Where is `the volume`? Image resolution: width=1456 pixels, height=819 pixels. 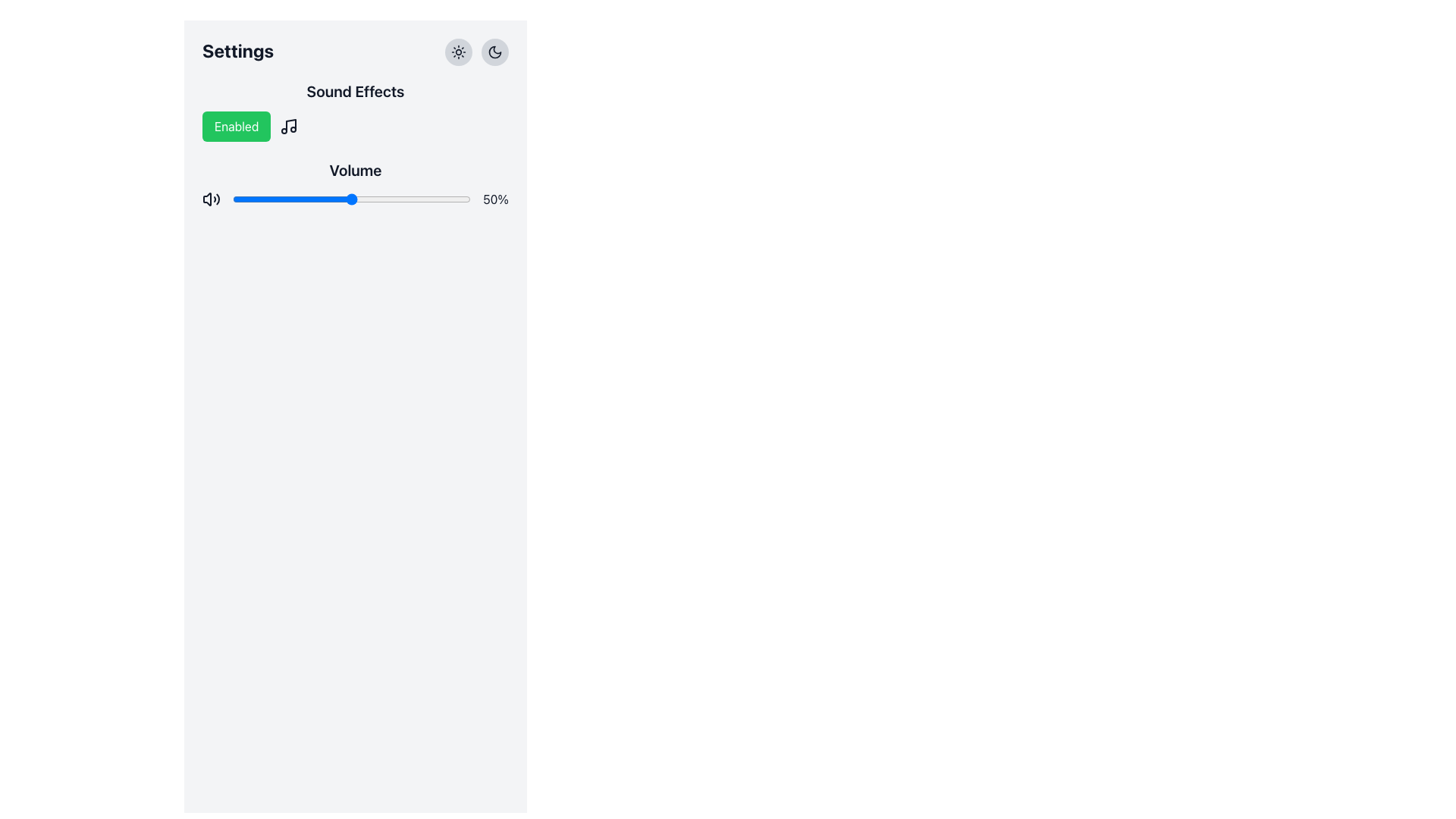 the volume is located at coordinates (239, 198).